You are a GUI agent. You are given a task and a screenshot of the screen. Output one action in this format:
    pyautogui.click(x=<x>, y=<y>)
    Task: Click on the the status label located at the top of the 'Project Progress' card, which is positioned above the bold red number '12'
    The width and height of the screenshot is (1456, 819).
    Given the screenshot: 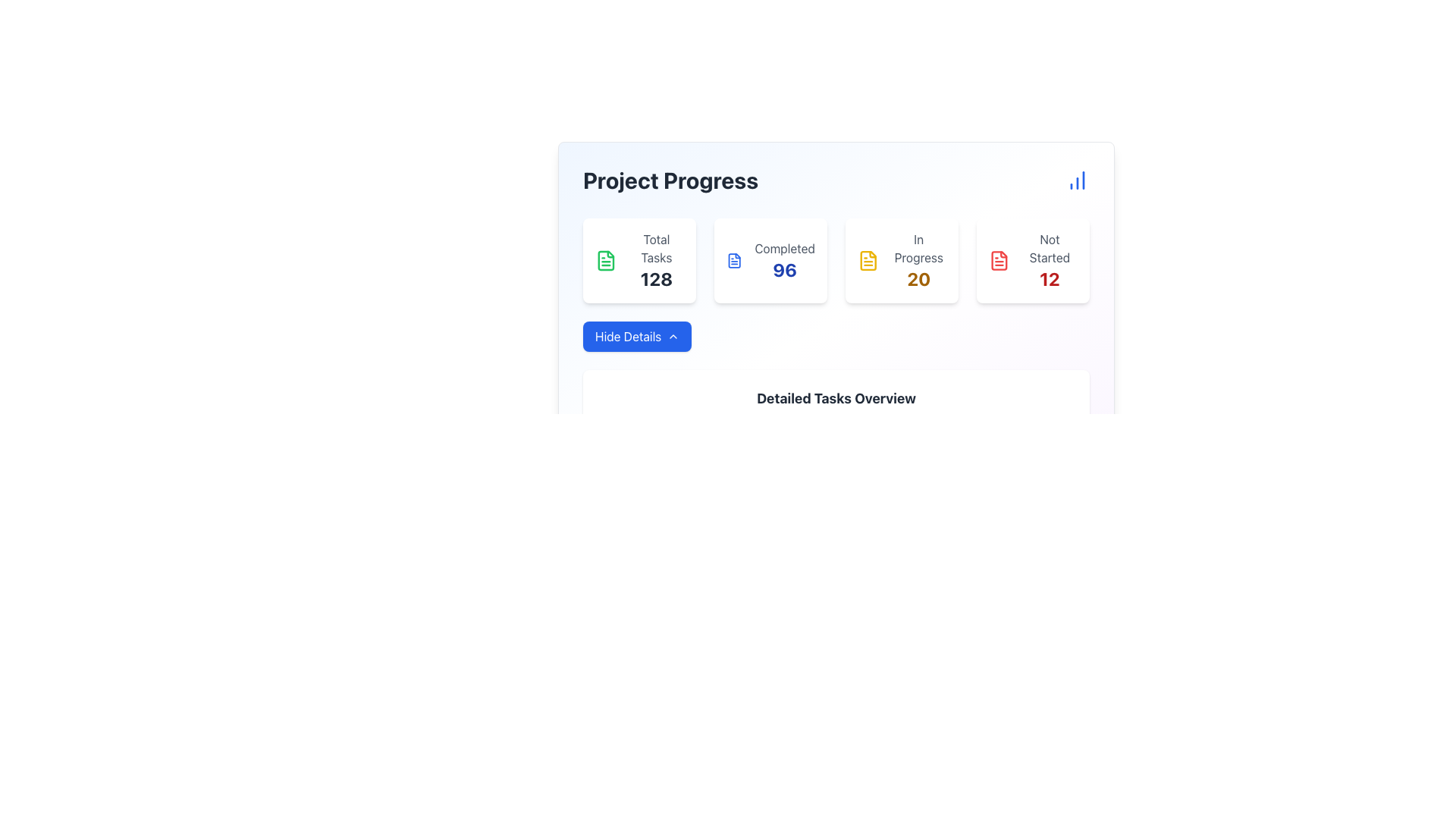 What is the action you would take?
    pyautogui.click(x=1049, y=247)
    